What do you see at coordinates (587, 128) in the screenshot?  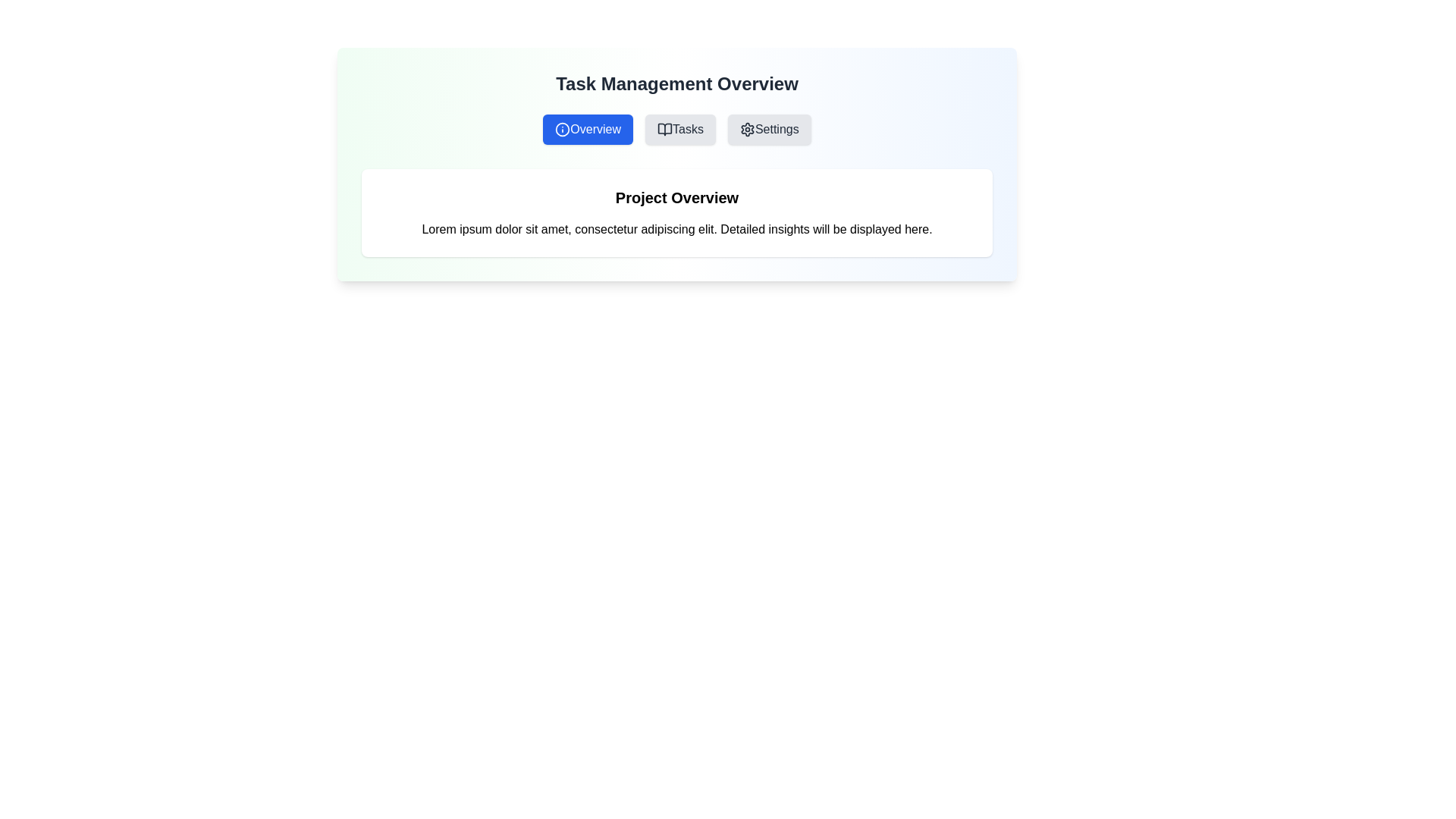 I see `the 'Overview' button with a blue background and white text for keyboard navigation` at bounding box center [587, 128].